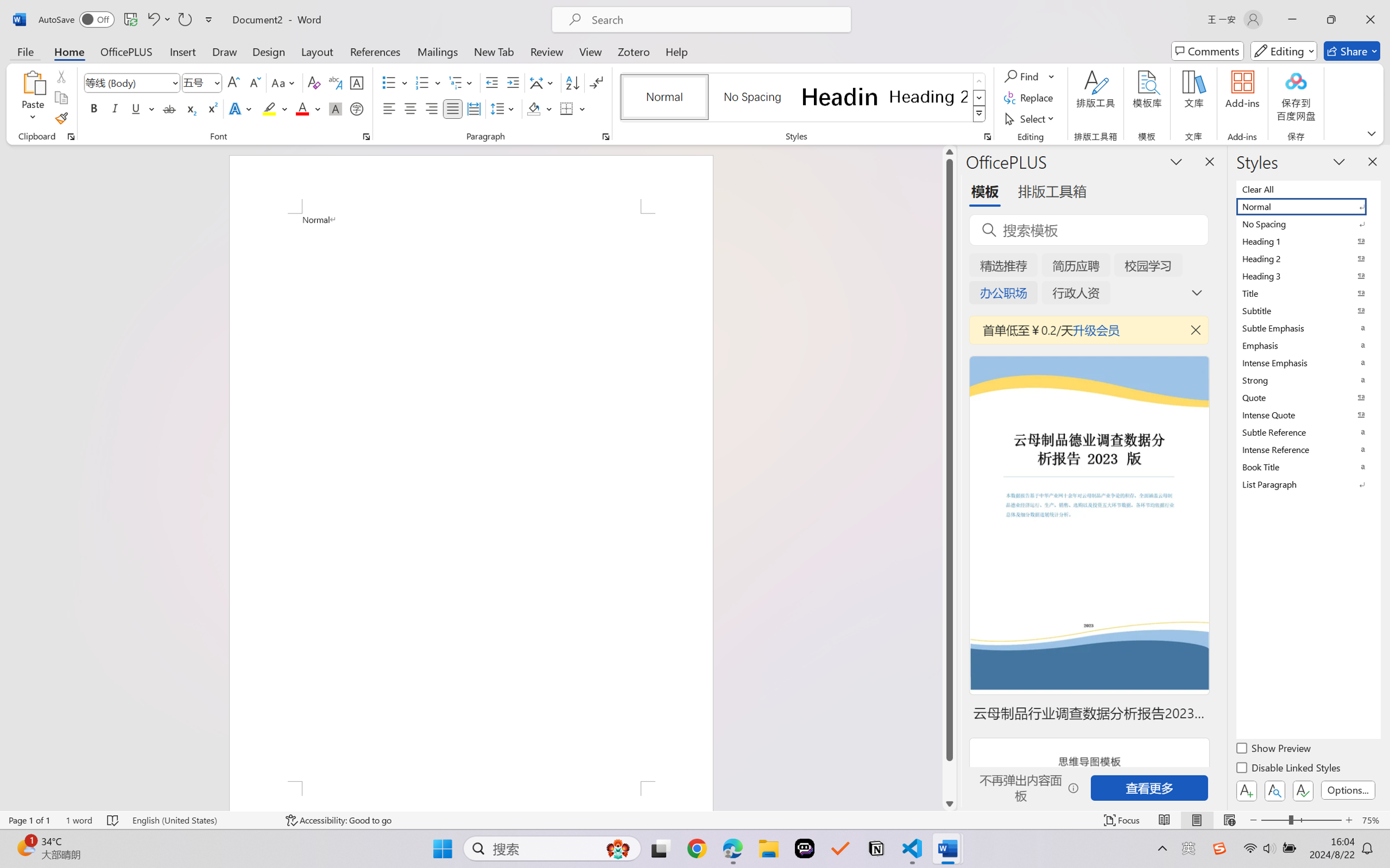  Describe the element at coordinates (70, 136) in the screenshot. I see `'Office Clipboard...'` at that location.